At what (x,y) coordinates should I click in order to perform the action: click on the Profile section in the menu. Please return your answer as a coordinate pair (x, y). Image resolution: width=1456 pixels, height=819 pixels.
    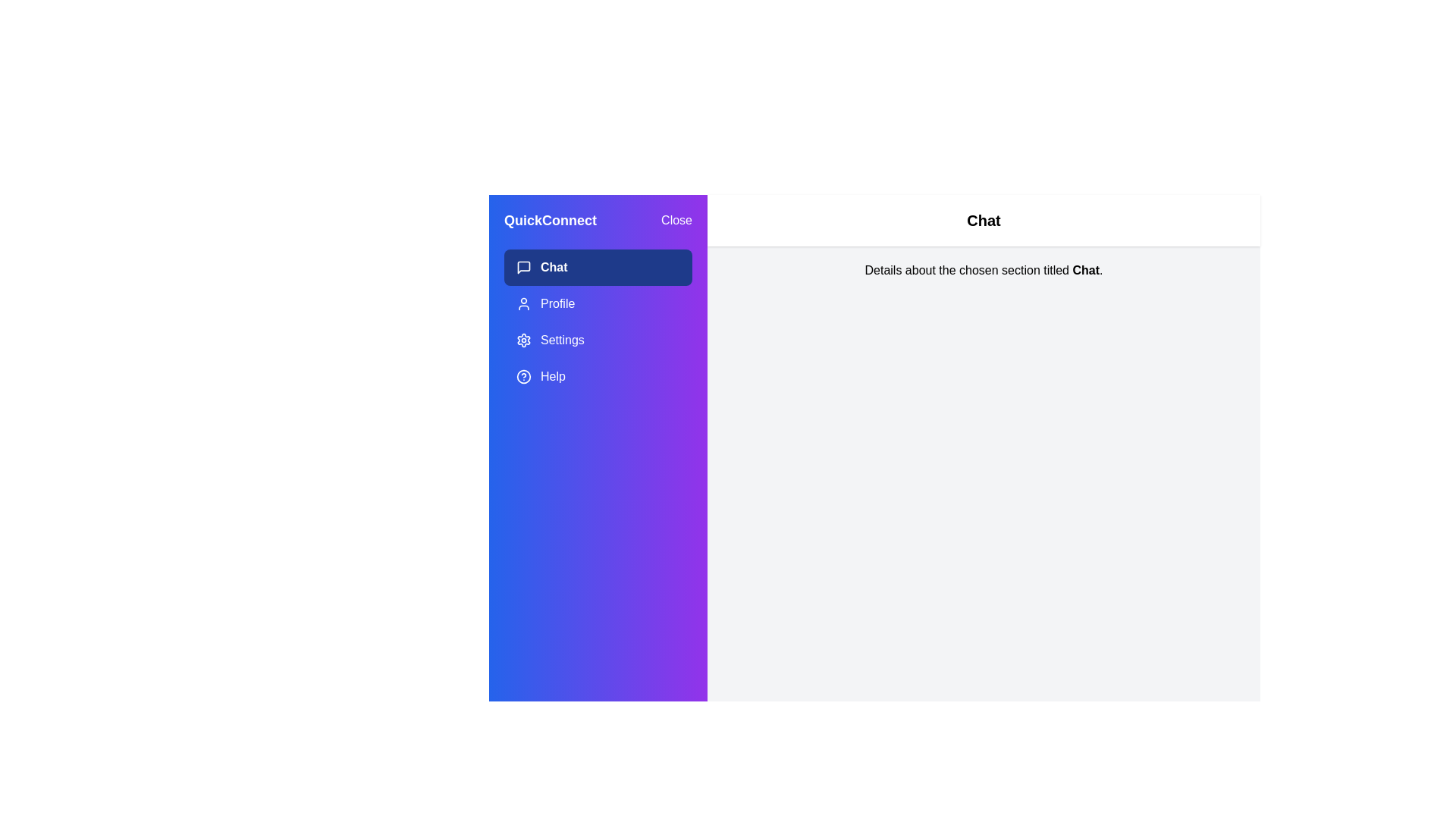
    Looking at the image, I should click on (597, 304).